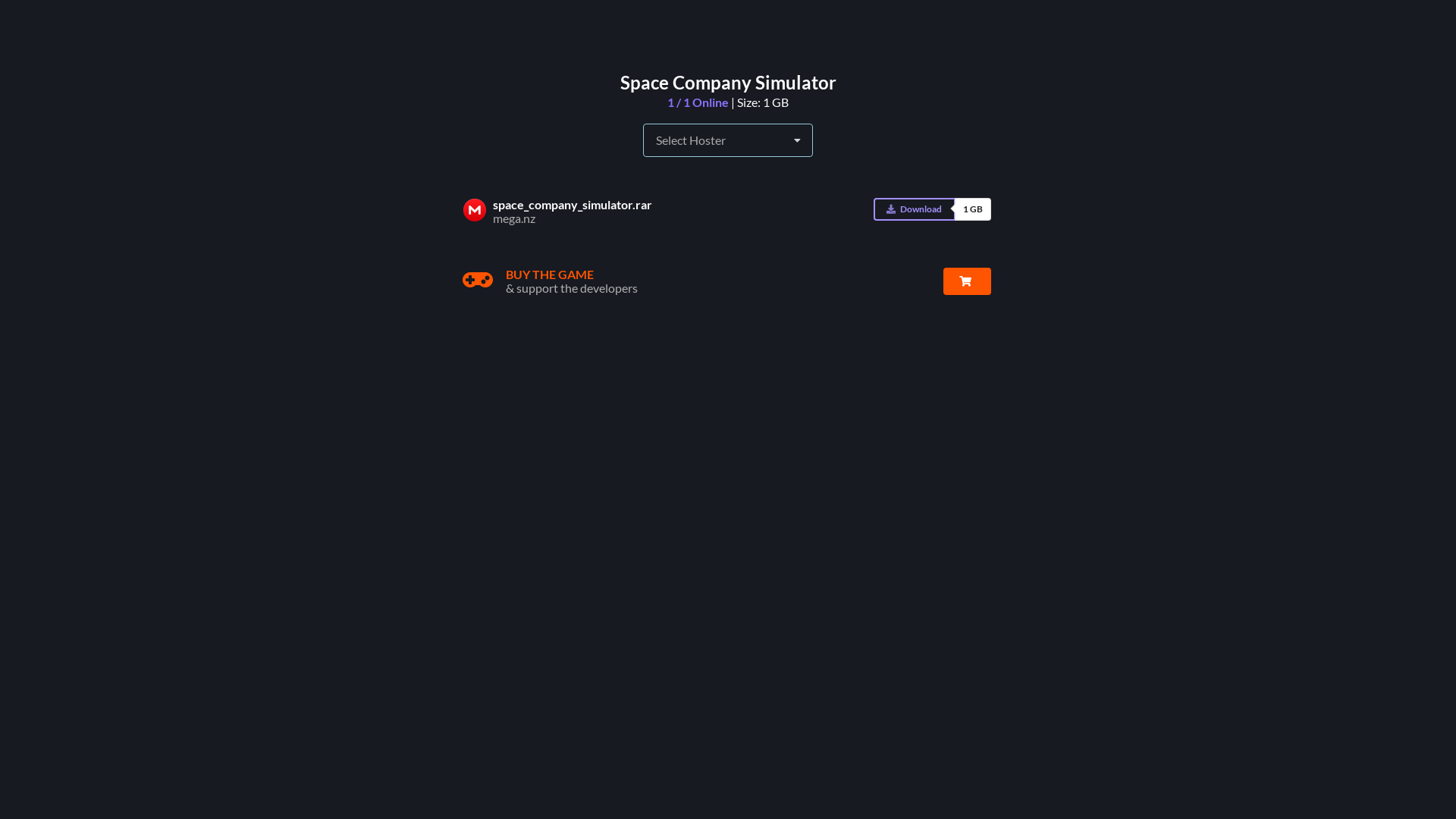 This screenshot has width=1456, height=819. What do you see at coordinates (913, 209) in the screenshot?
I see `'Download'` at bounding box center [913, 209].